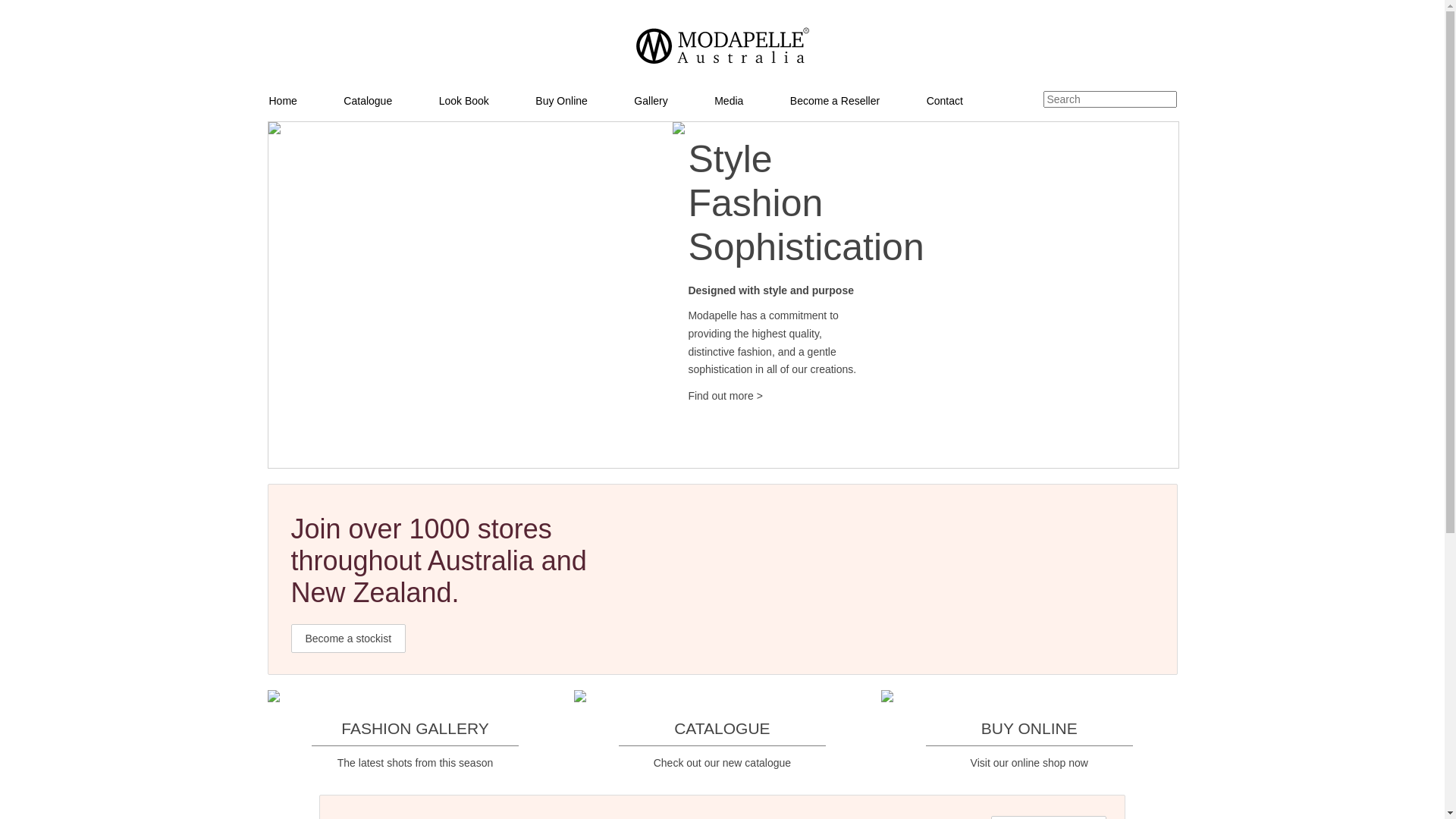 The height and width of the screenshot is (819, 1456). What do you see at coordinates (751, 100) in the screenshot?
I see `'Media'` at bounding box center [751, 100].